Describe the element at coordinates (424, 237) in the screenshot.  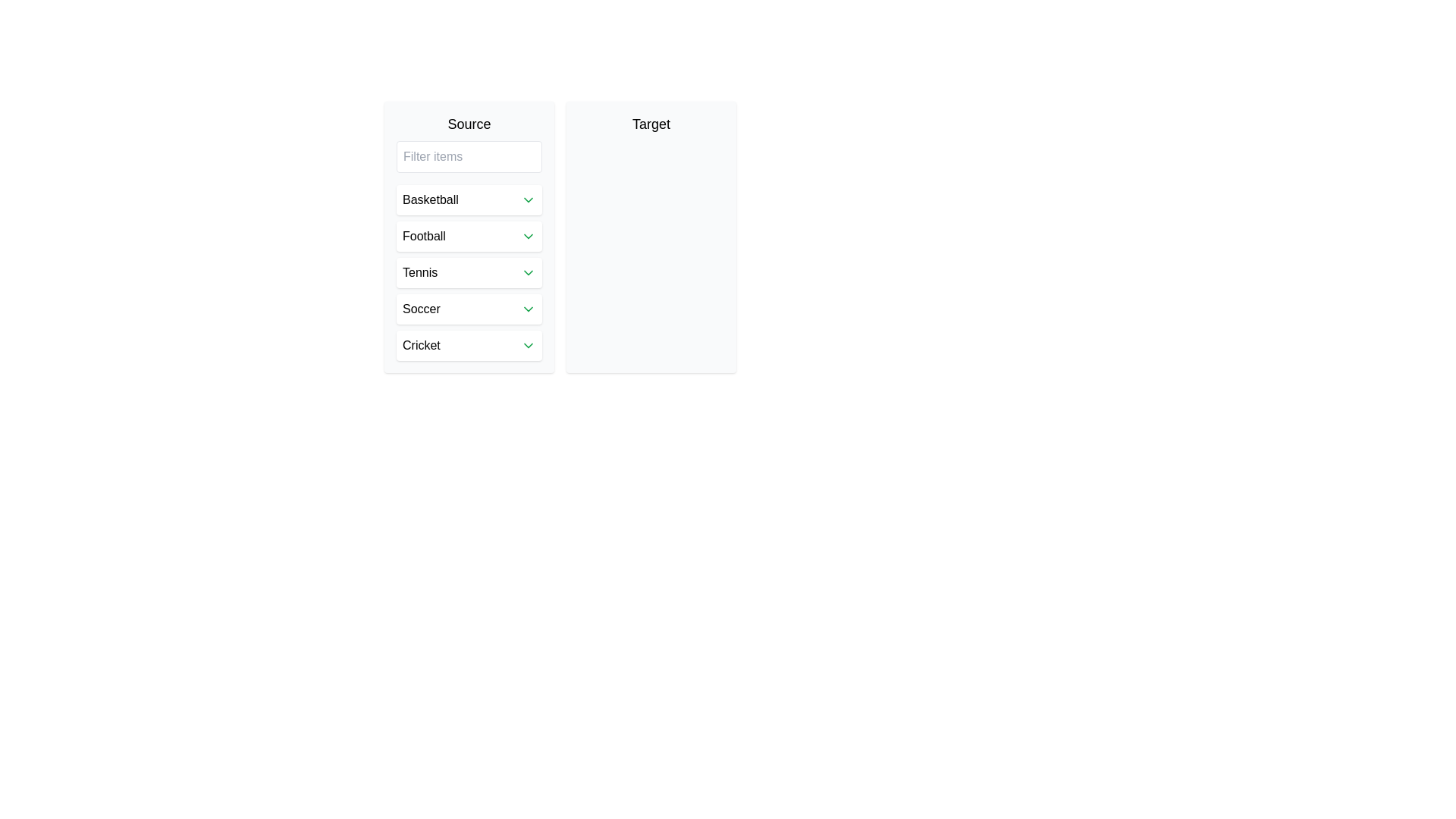
I see `the text label displaying 'Football' within the button under the header 'Source' in the second row of the vertical list` at that location.